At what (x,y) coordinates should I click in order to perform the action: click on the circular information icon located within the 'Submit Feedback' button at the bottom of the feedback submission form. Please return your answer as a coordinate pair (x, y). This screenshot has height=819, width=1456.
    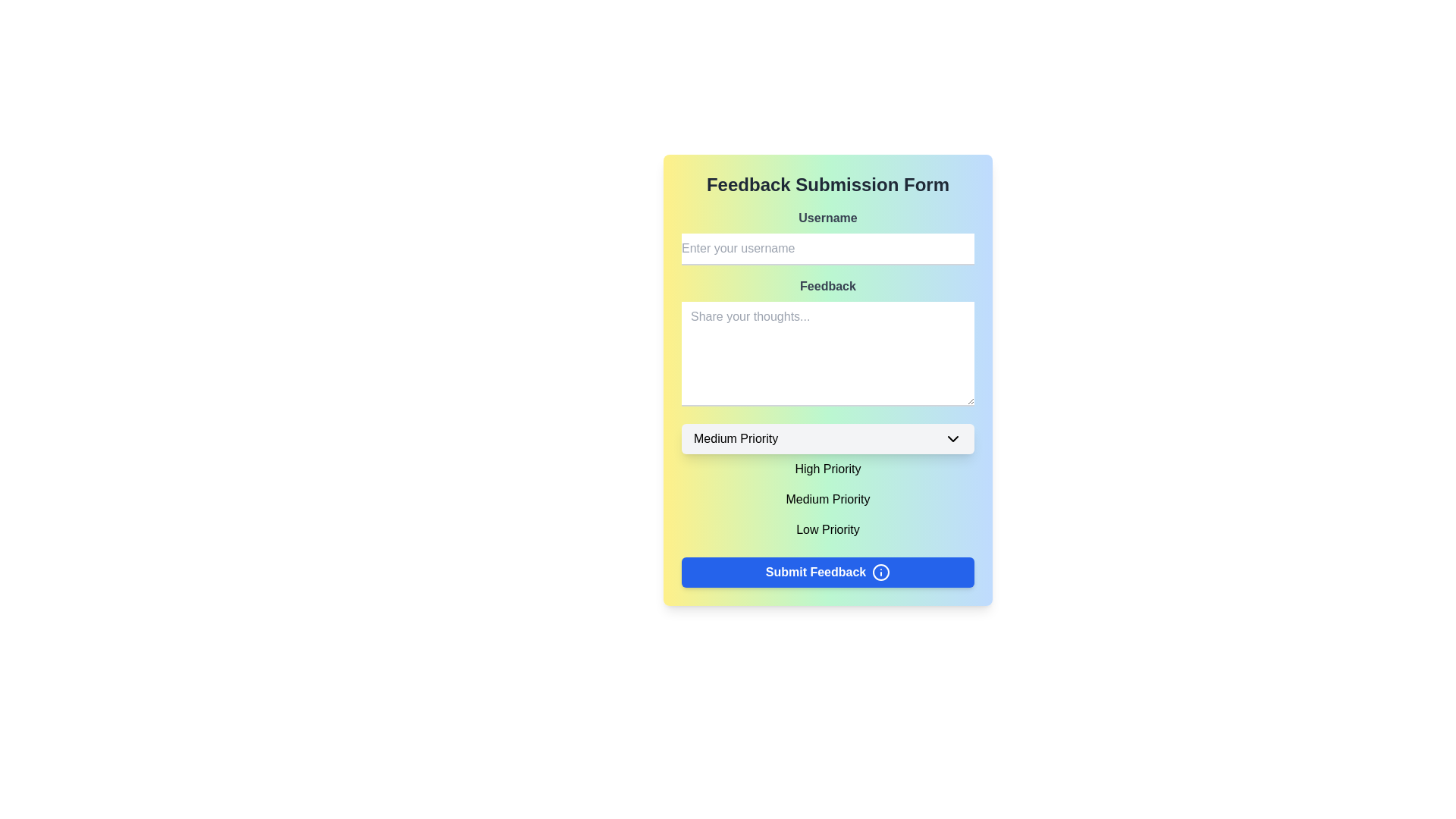
    Looking at the image, I should click on (881, 573).